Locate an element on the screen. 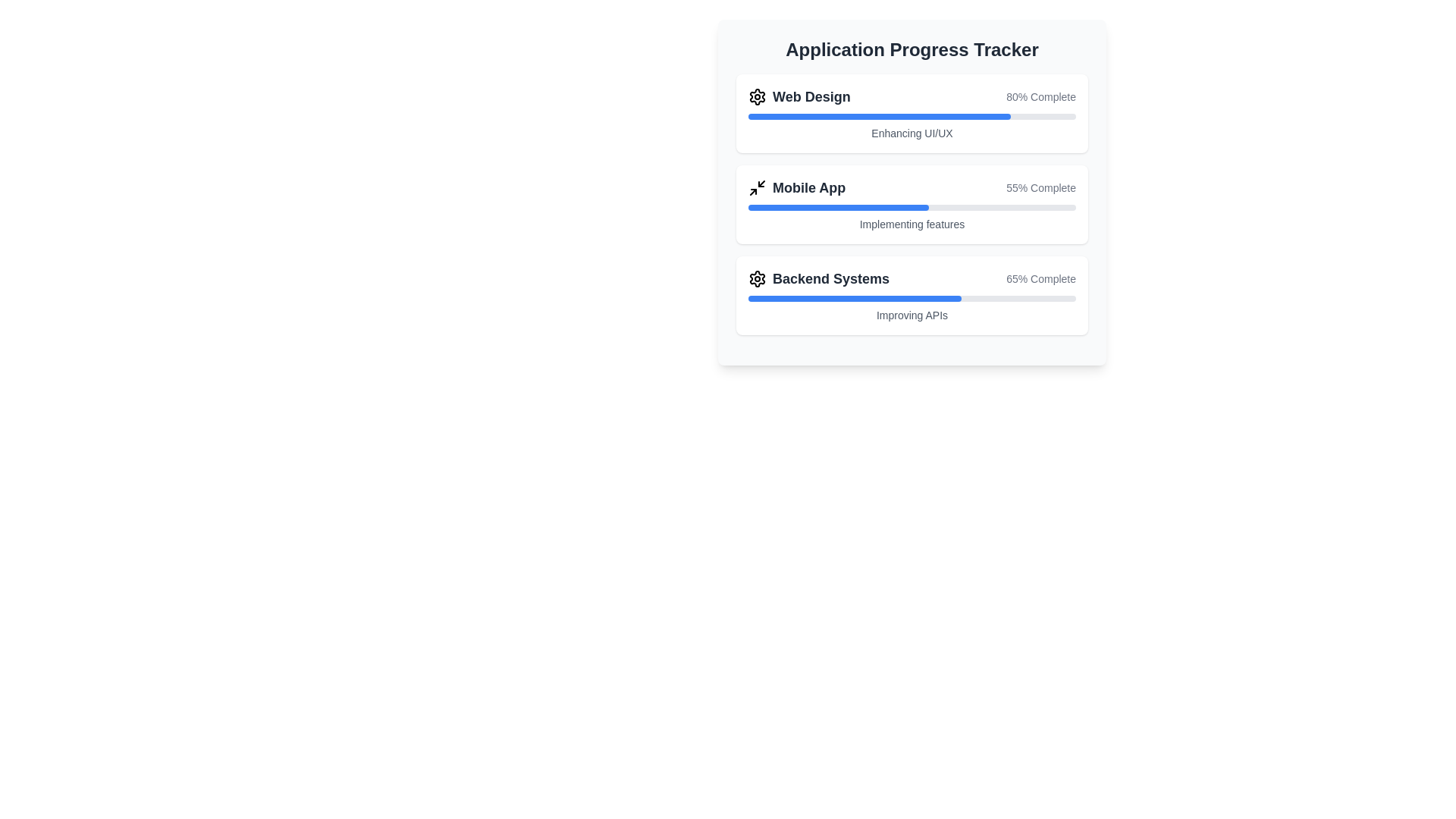  the text label displaying '80% Complete' which indicates the completion percentage of the 'Web Design' task in the progress tracker interface is located at coordinates (1040, 96).